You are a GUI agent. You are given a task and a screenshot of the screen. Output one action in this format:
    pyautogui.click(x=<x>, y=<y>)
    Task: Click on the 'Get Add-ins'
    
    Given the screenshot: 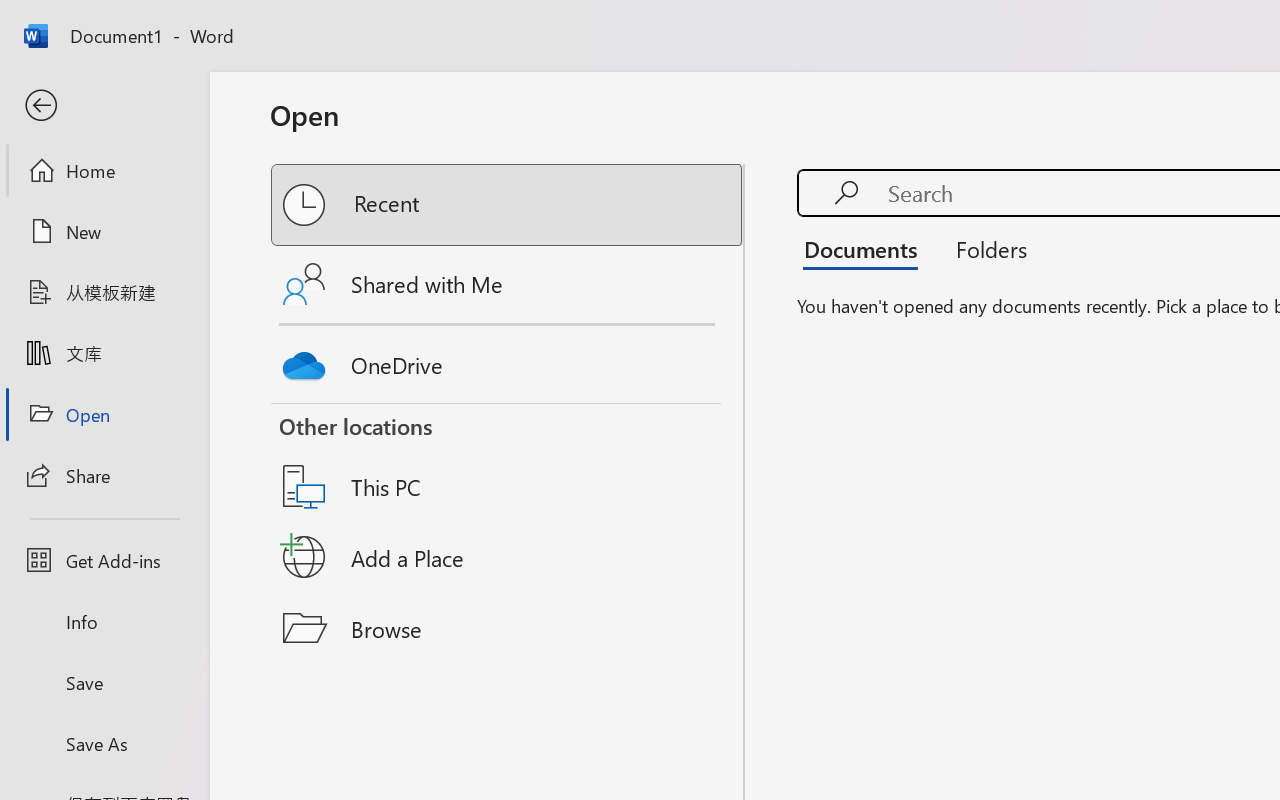 What is the action you would take?
    pyautogui.click(x=103, y=560)
    